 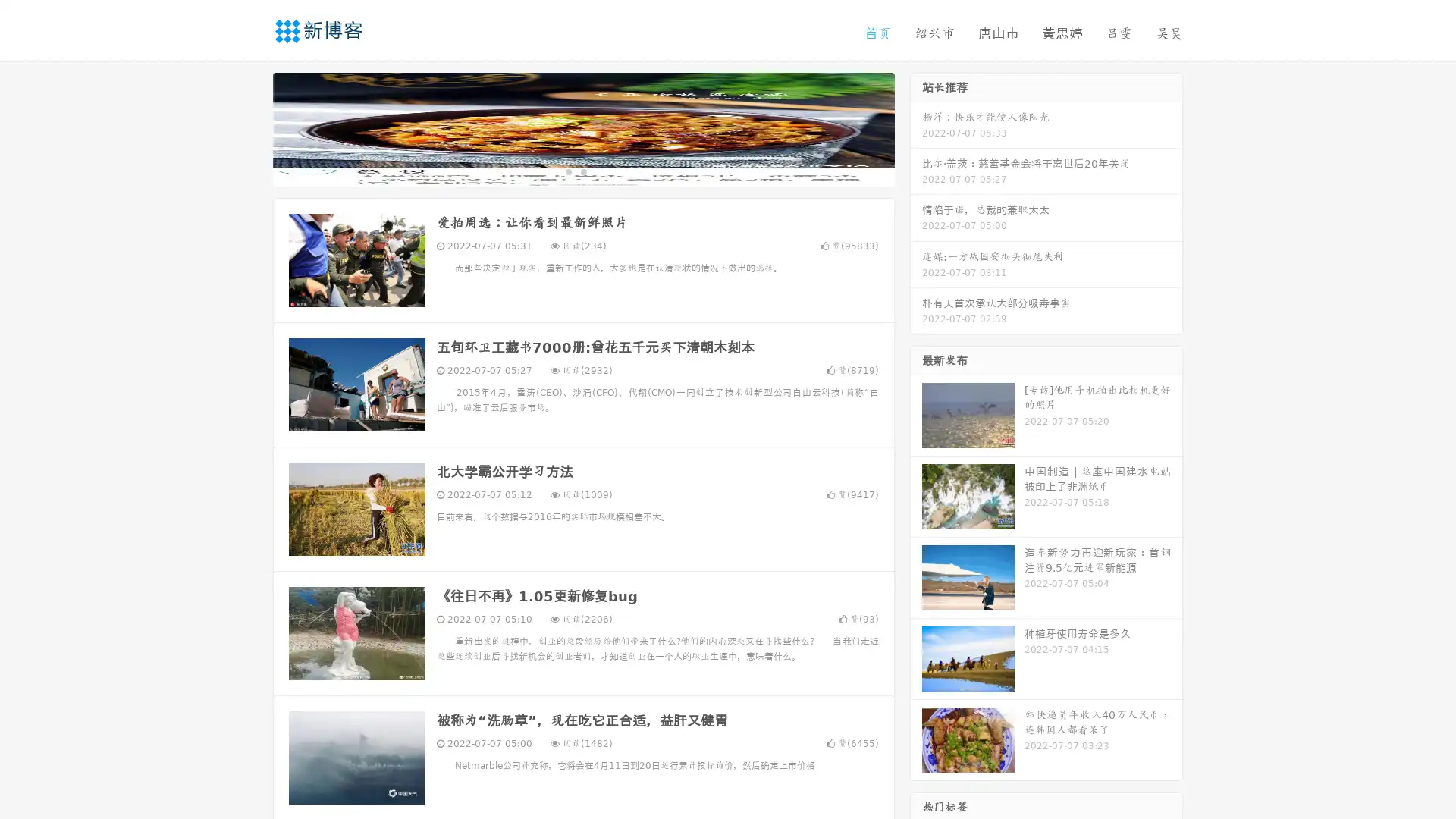 I want to click on Previous slide, so click(x=250, y=127).